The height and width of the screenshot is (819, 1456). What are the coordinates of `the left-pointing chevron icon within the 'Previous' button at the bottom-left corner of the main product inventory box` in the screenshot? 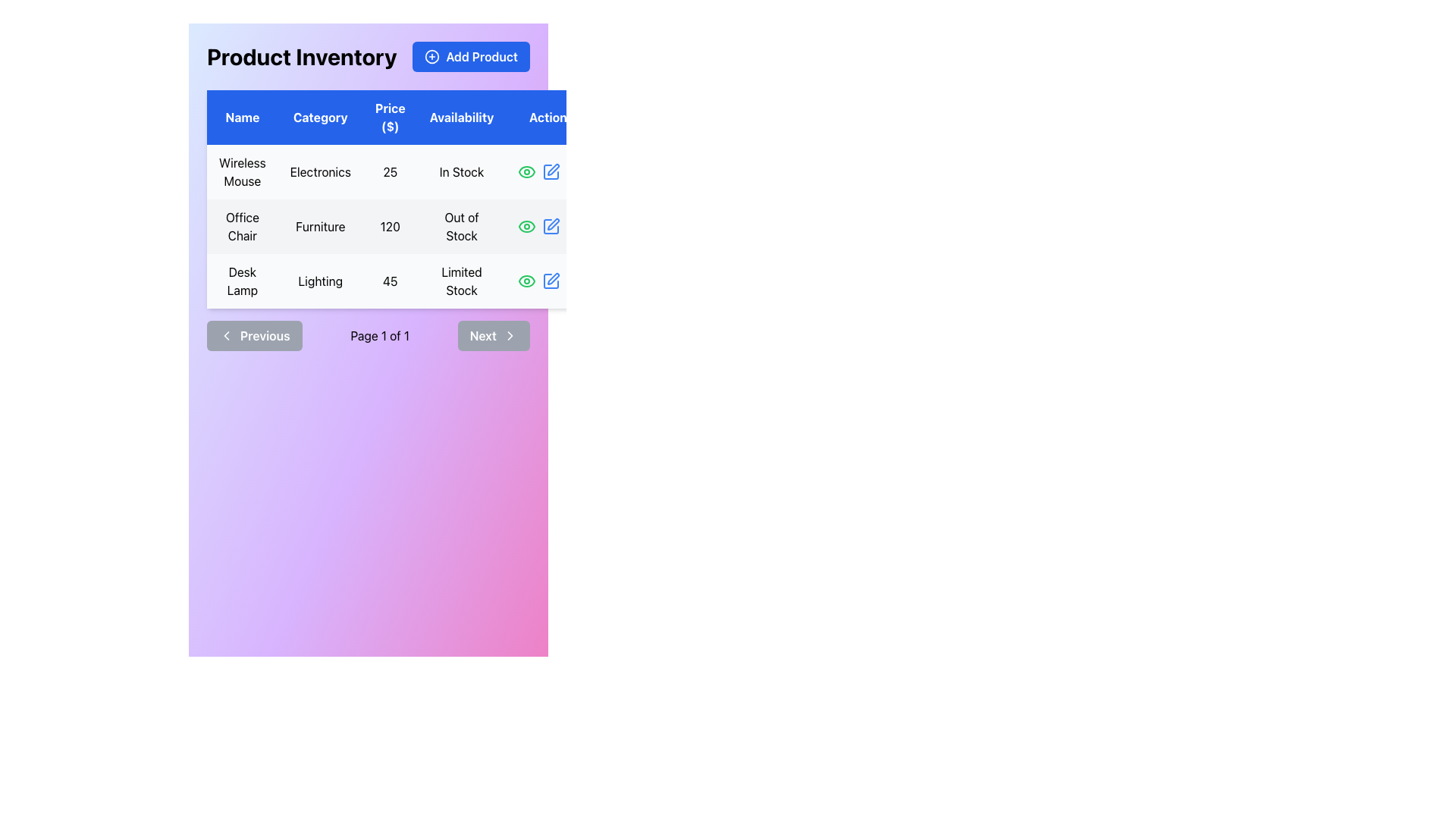 It's located at (225, 335).